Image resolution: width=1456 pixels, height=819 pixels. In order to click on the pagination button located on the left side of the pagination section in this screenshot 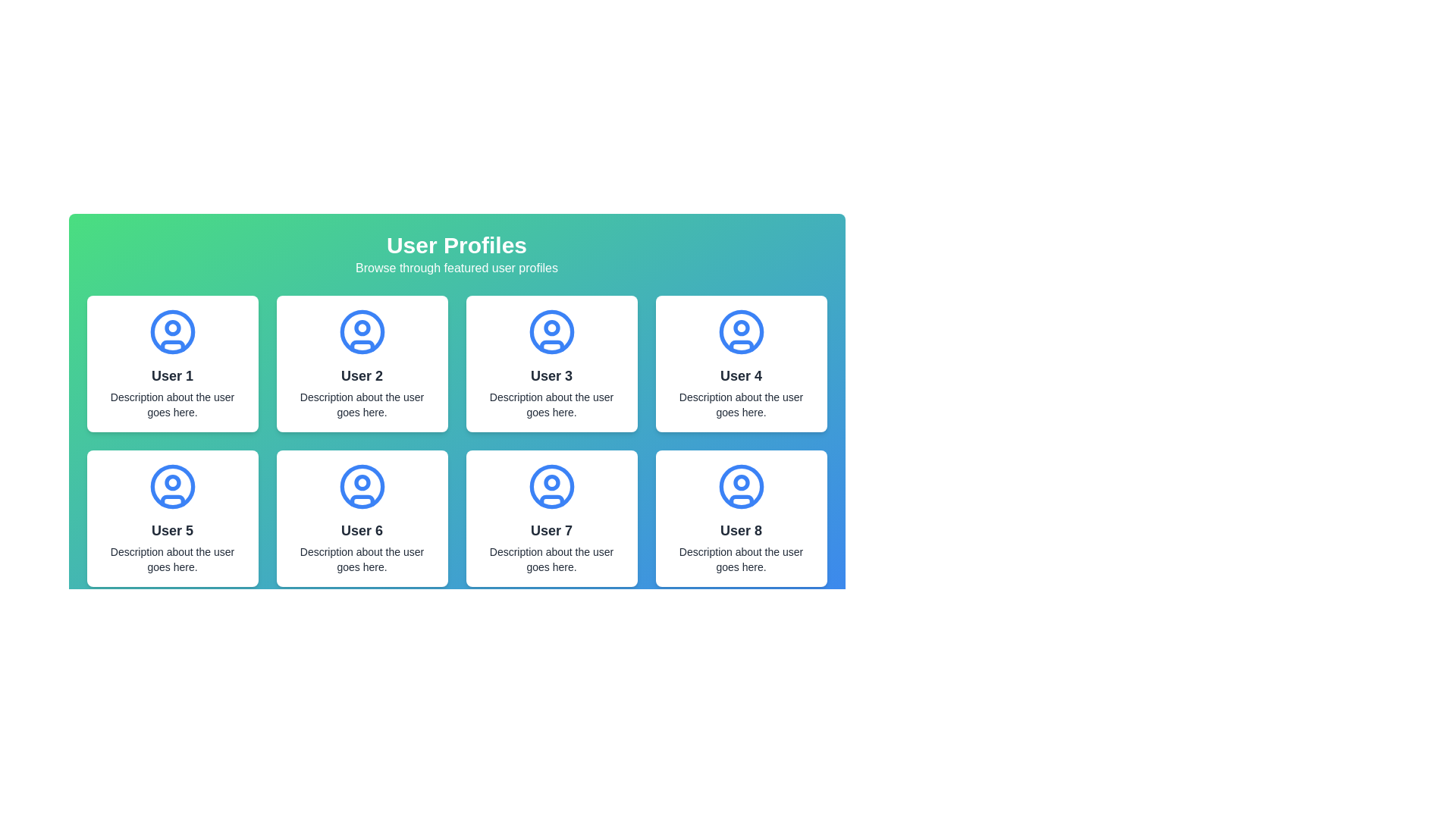, I will do `click(104, 620)`.